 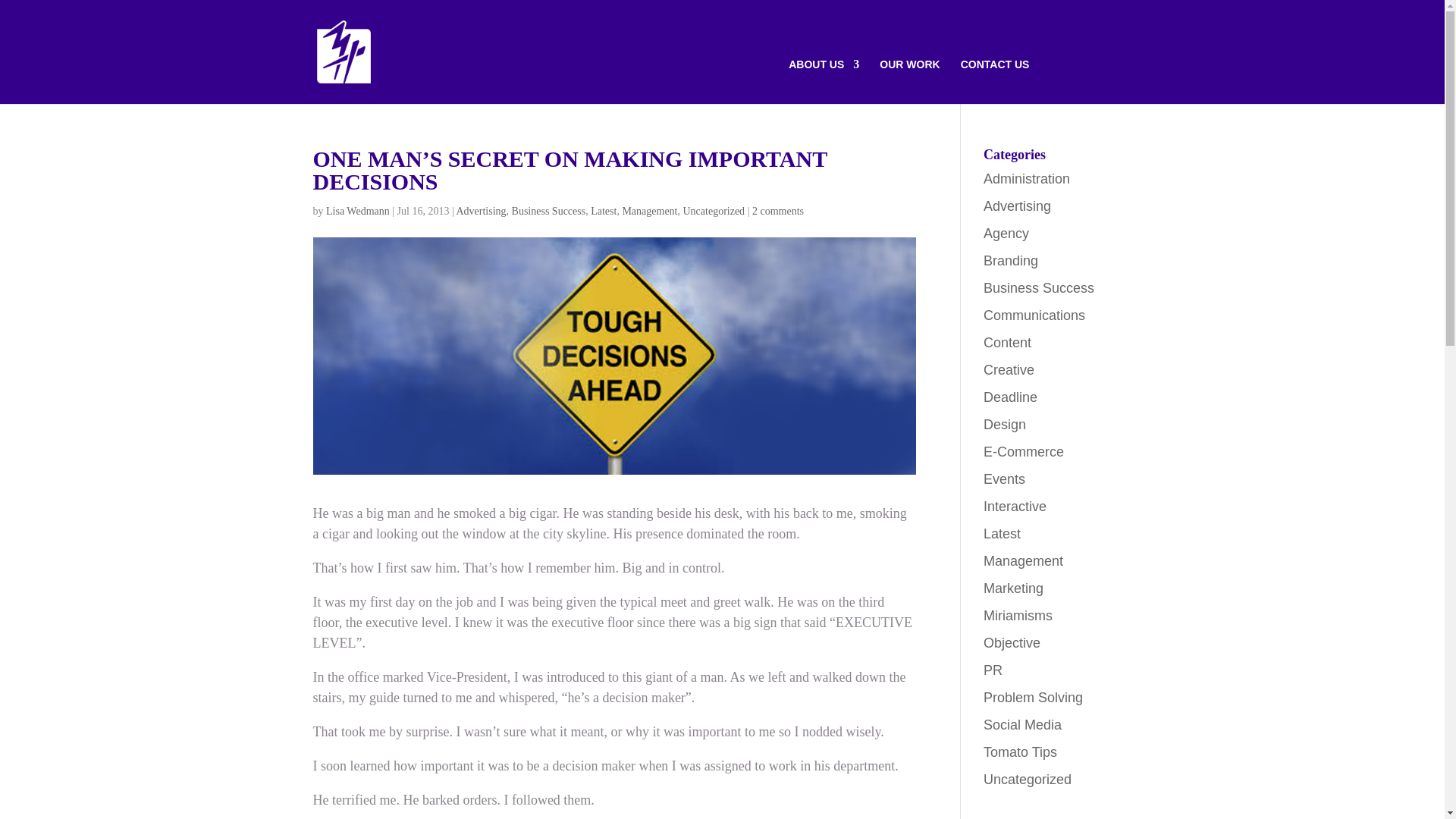 I want to click on 'Design', so click(x=1004, y=425).